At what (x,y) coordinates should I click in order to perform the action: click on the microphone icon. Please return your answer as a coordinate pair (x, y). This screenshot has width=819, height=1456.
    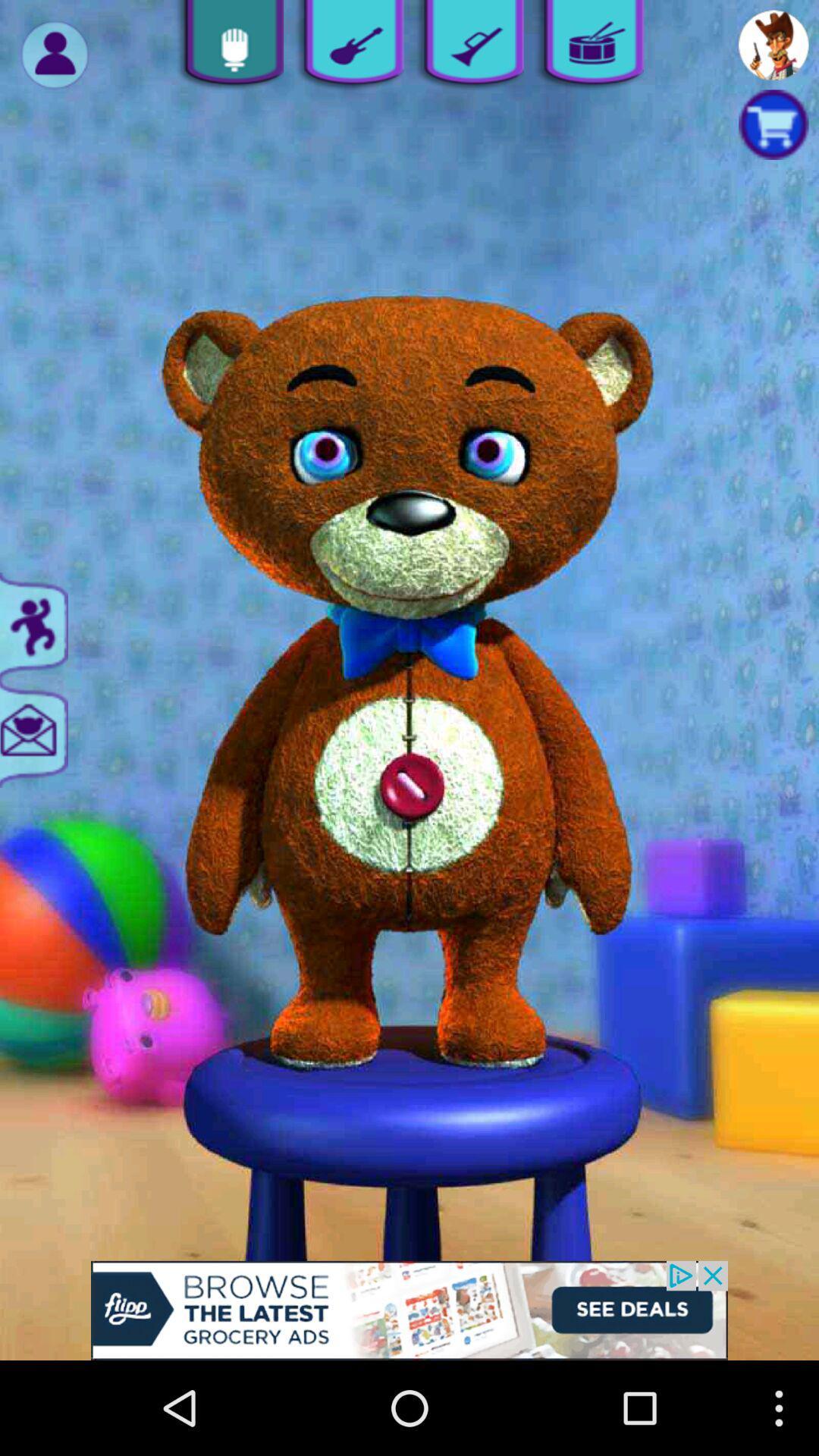
    Looking at the image, I should click on (228, 48).